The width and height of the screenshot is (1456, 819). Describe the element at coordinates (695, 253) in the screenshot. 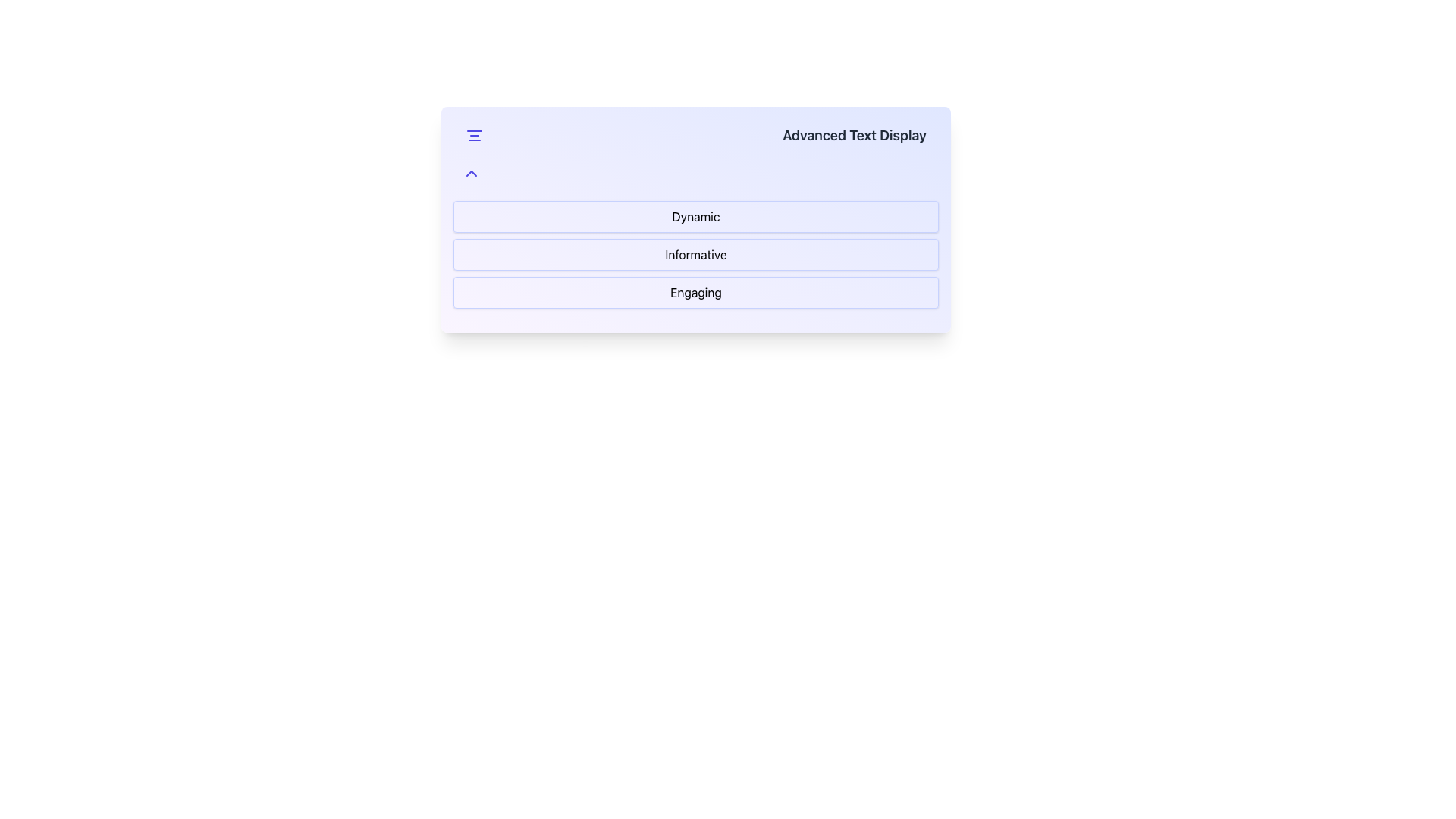

I see `the Static Label displaying 'Informative', which is the second element in a vertical arrangement of three siblings, located below the 'Dynamic' element and above the 'Engaging' element` at that location.